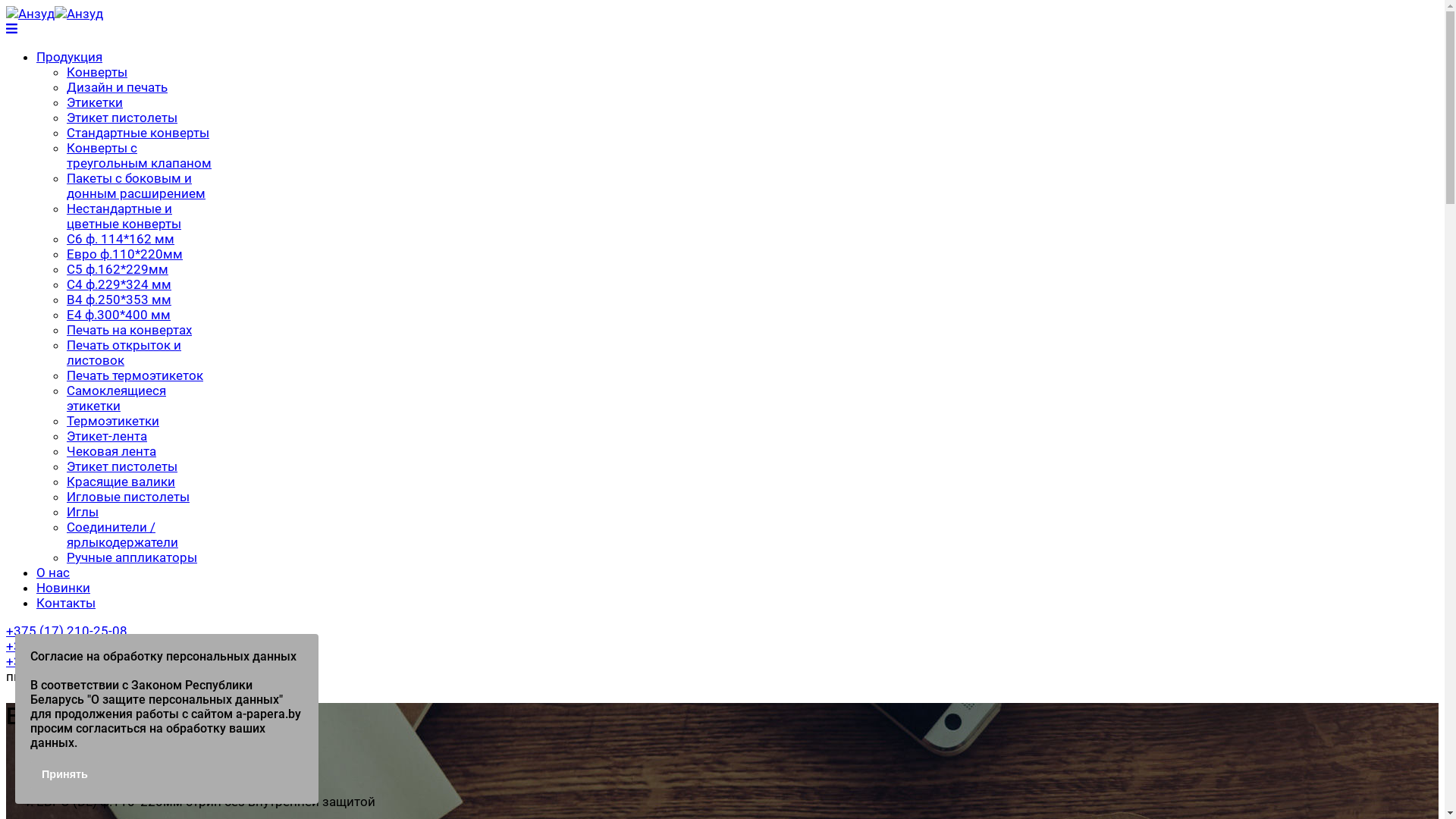 This screenshot has height=819, width=1456. What do you see at coordinates (65, 660) in the screenshot?
I see `'+375 (29) 375-55-09'` at bounding box center [65, 660].